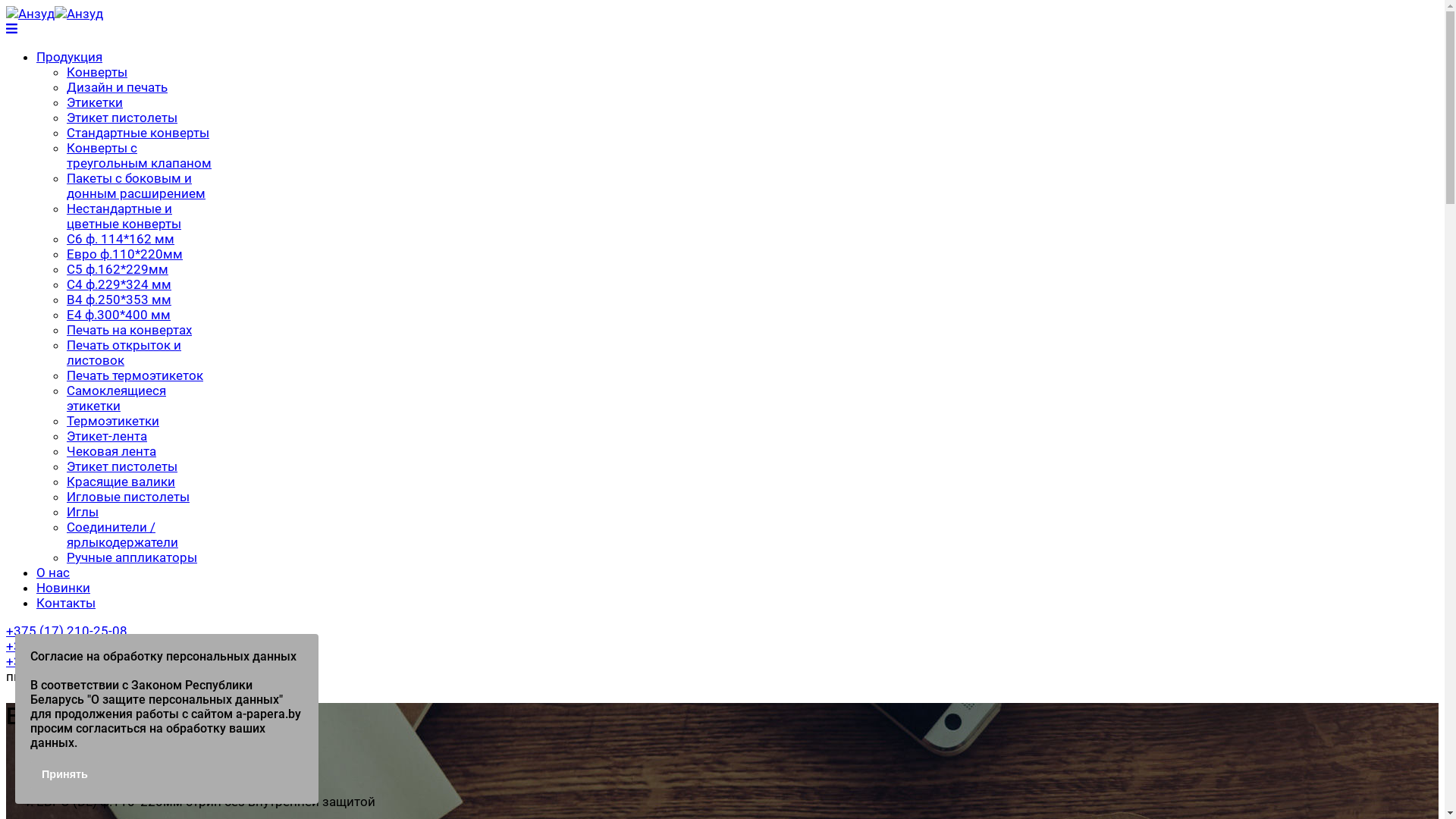 This screenshot has height=819, width=1456. What do you see at coordinates (65, 660) in the screenshot?
I see `'+375 (29) 375-55-09'` at bounding box center [65, 660].